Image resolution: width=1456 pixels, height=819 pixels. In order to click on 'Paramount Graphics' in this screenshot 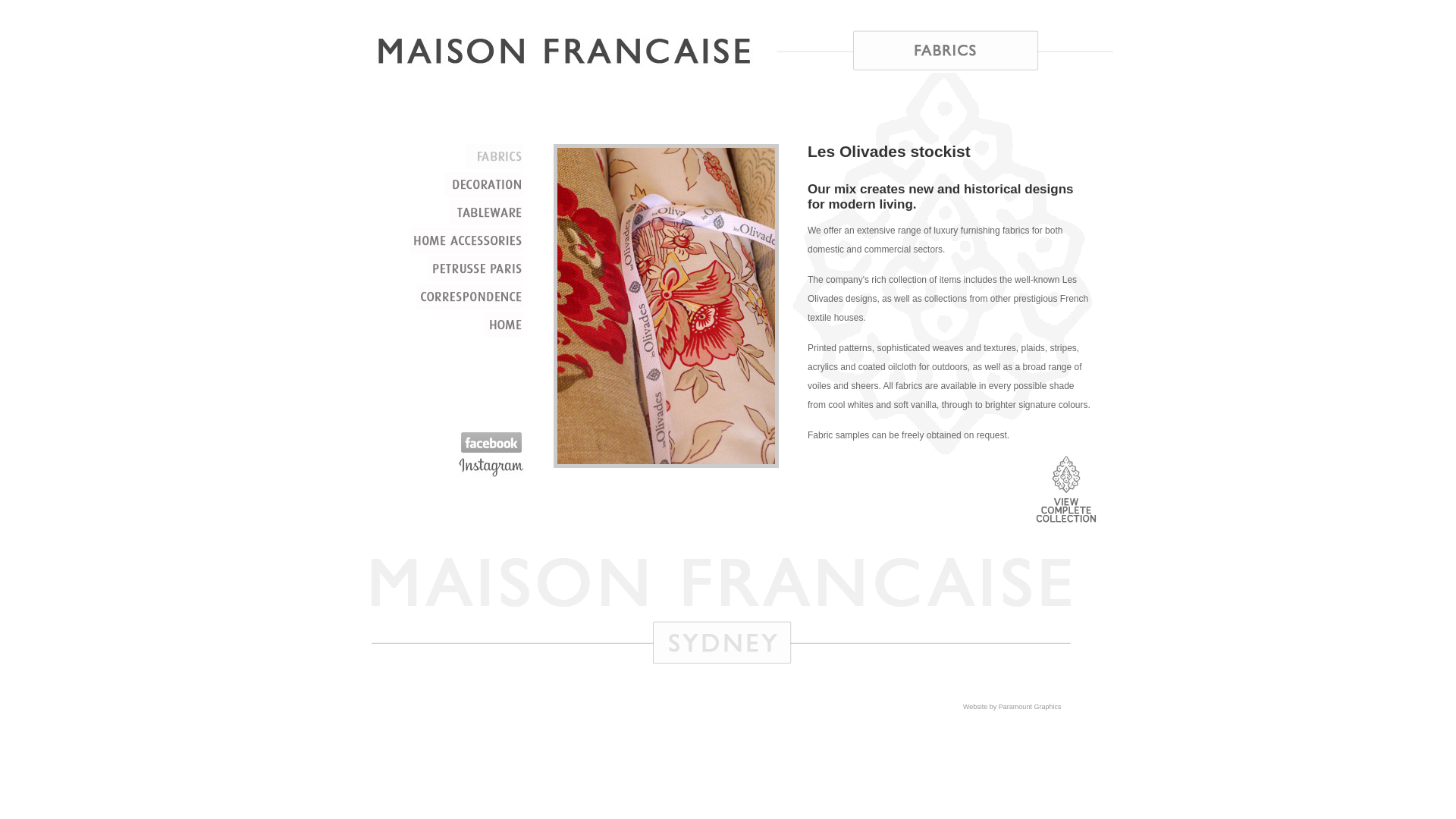, I will do `click(1030, 707)`.